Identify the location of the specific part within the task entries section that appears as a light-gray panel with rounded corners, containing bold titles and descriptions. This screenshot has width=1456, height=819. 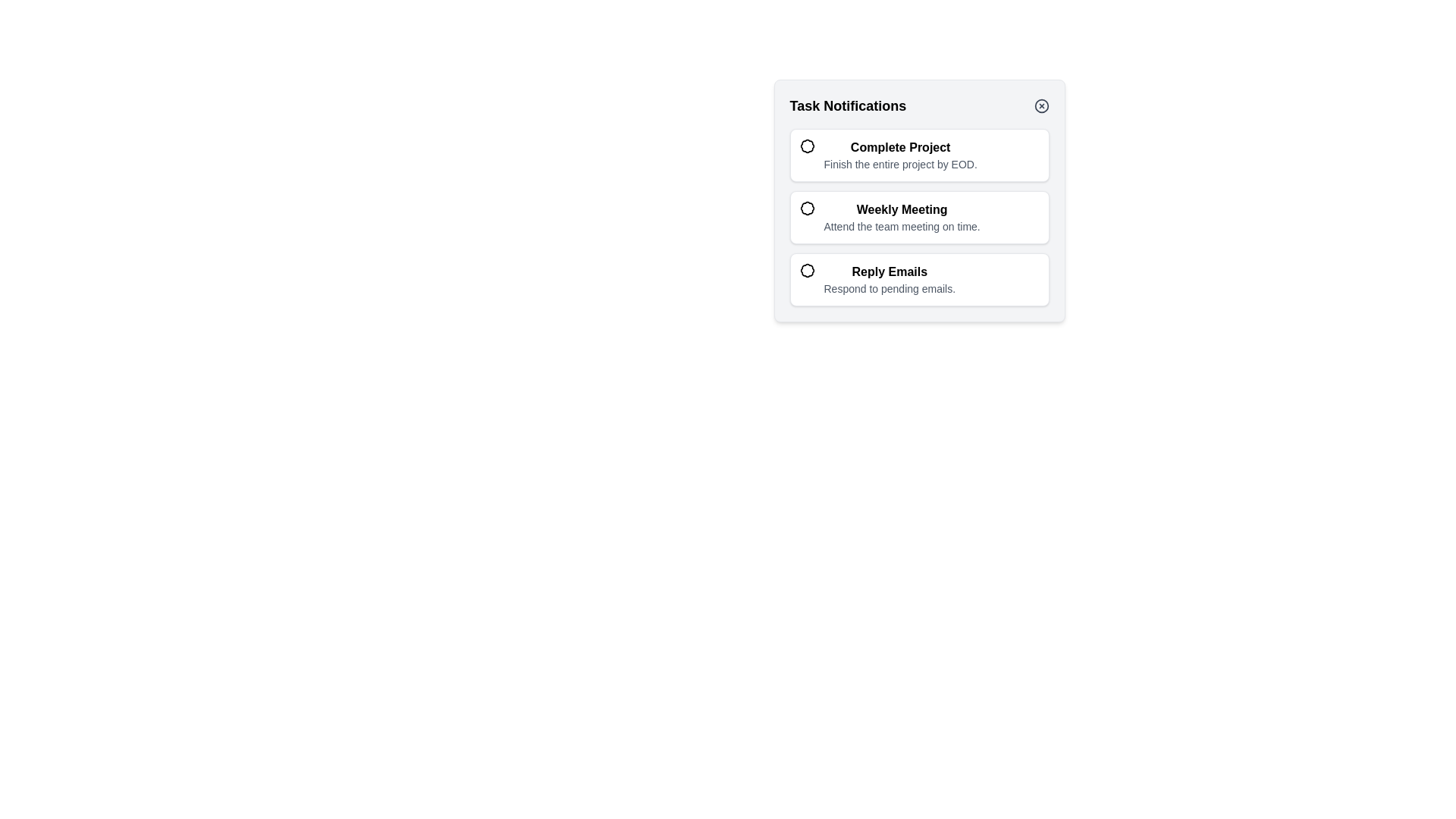
(918, 200).